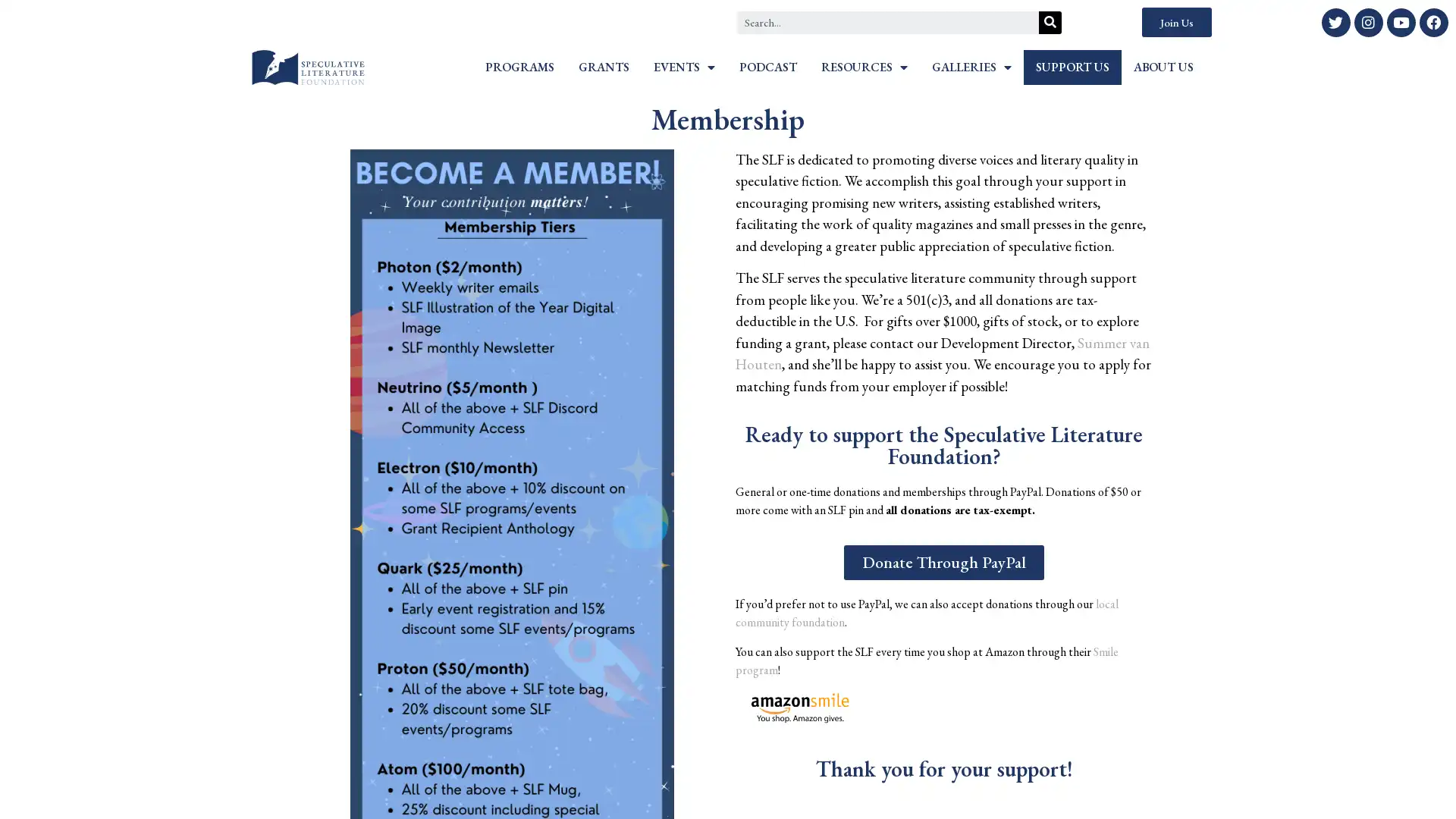  I want to click on Join Us, so click(1175, 22).